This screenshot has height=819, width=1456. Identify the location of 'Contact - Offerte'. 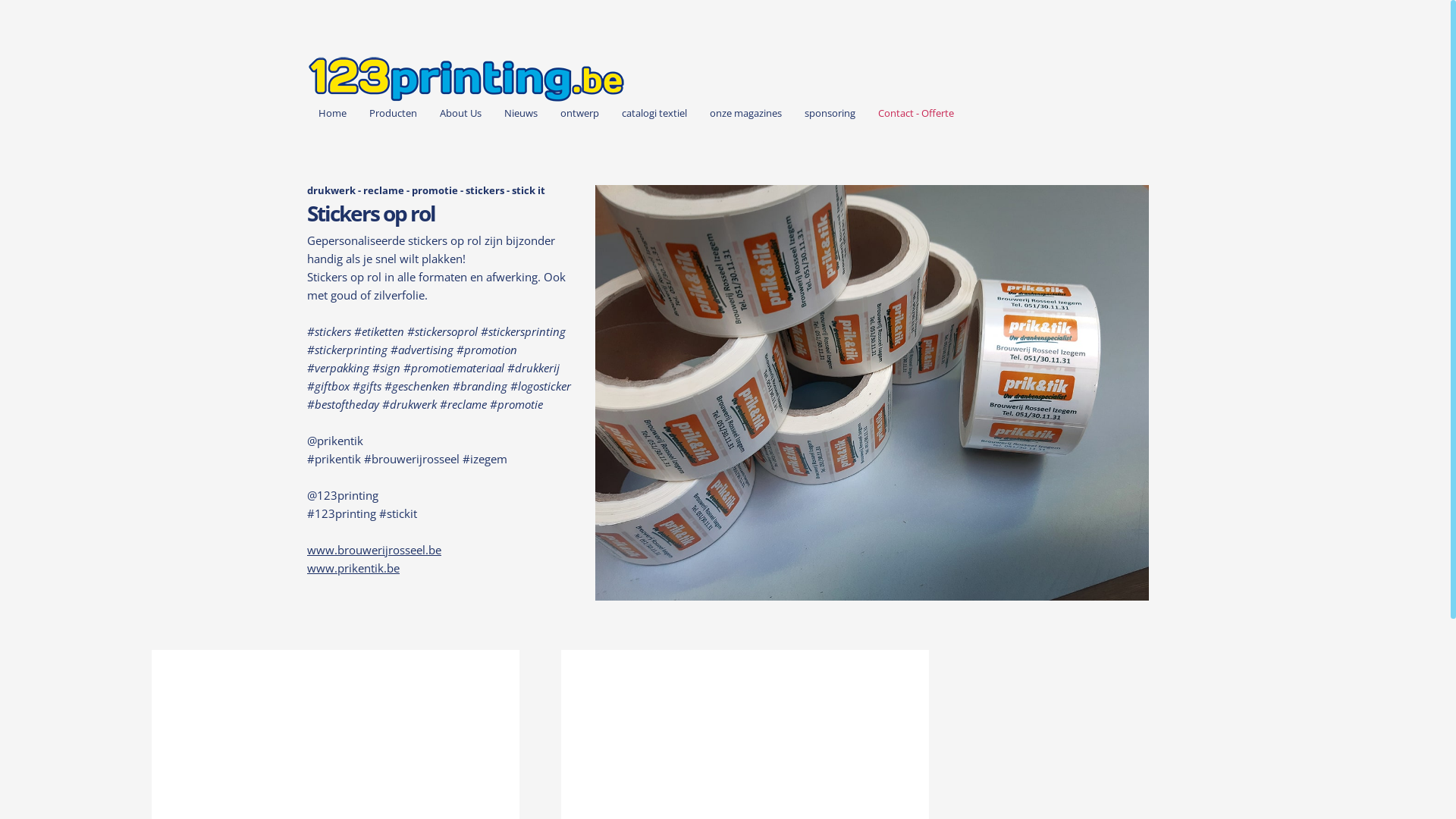
(915, 113).